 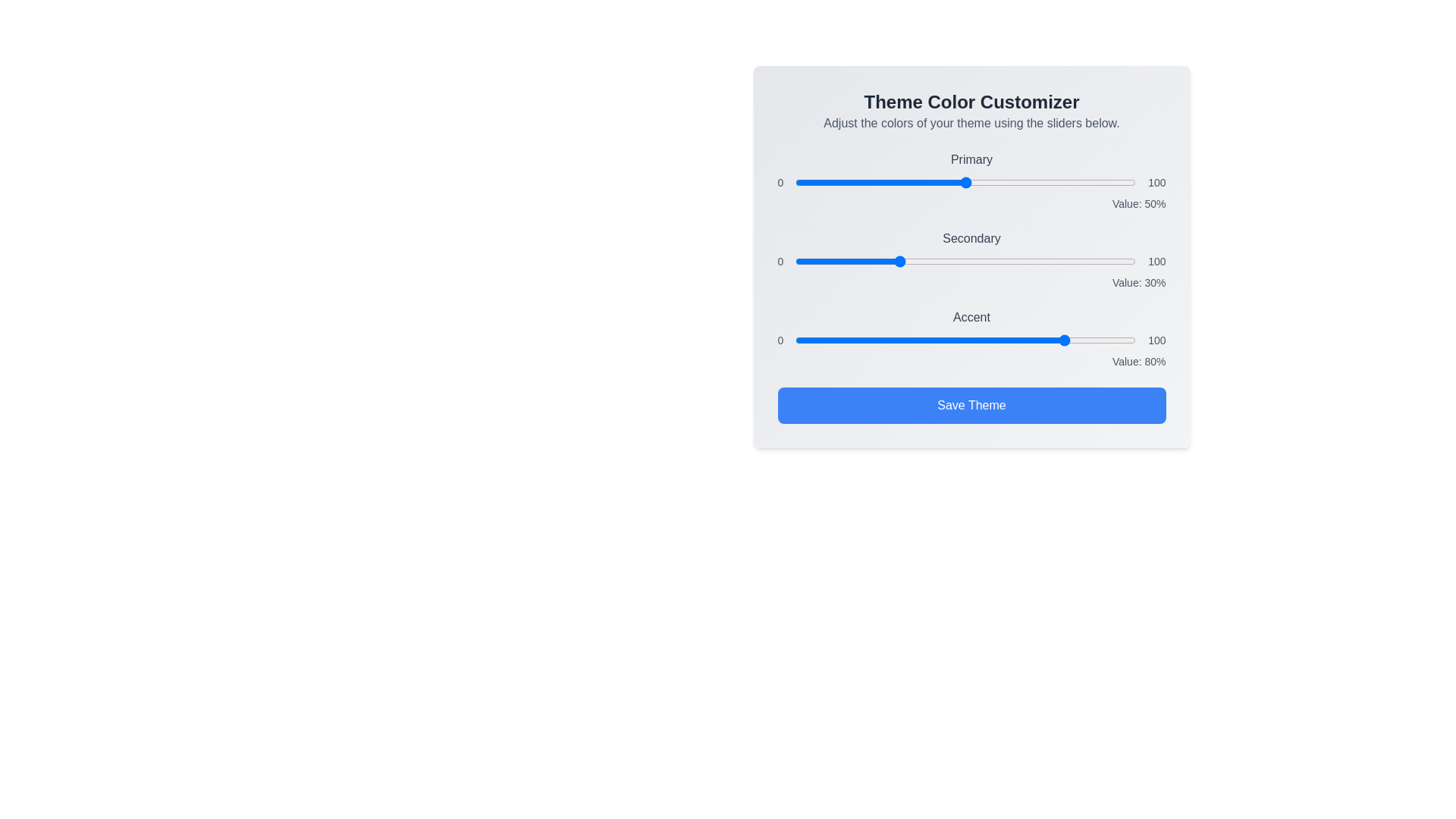 I want to click on the 'Primary' color slider to 19%, so click(x=860, y=181).